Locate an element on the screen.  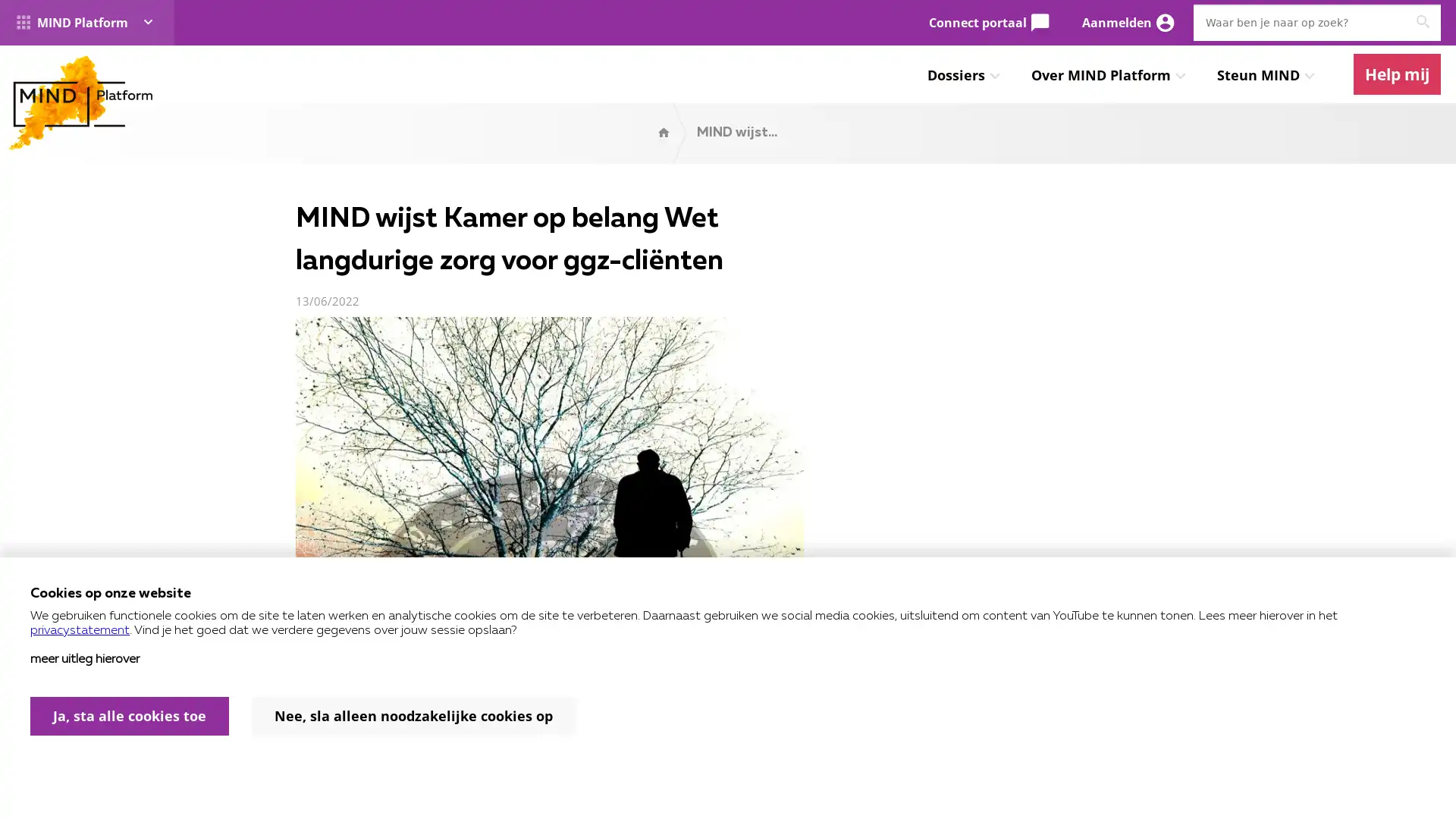
Nee, sla alleen noodzakelijke cookies op is located at coordinates (413, 716).